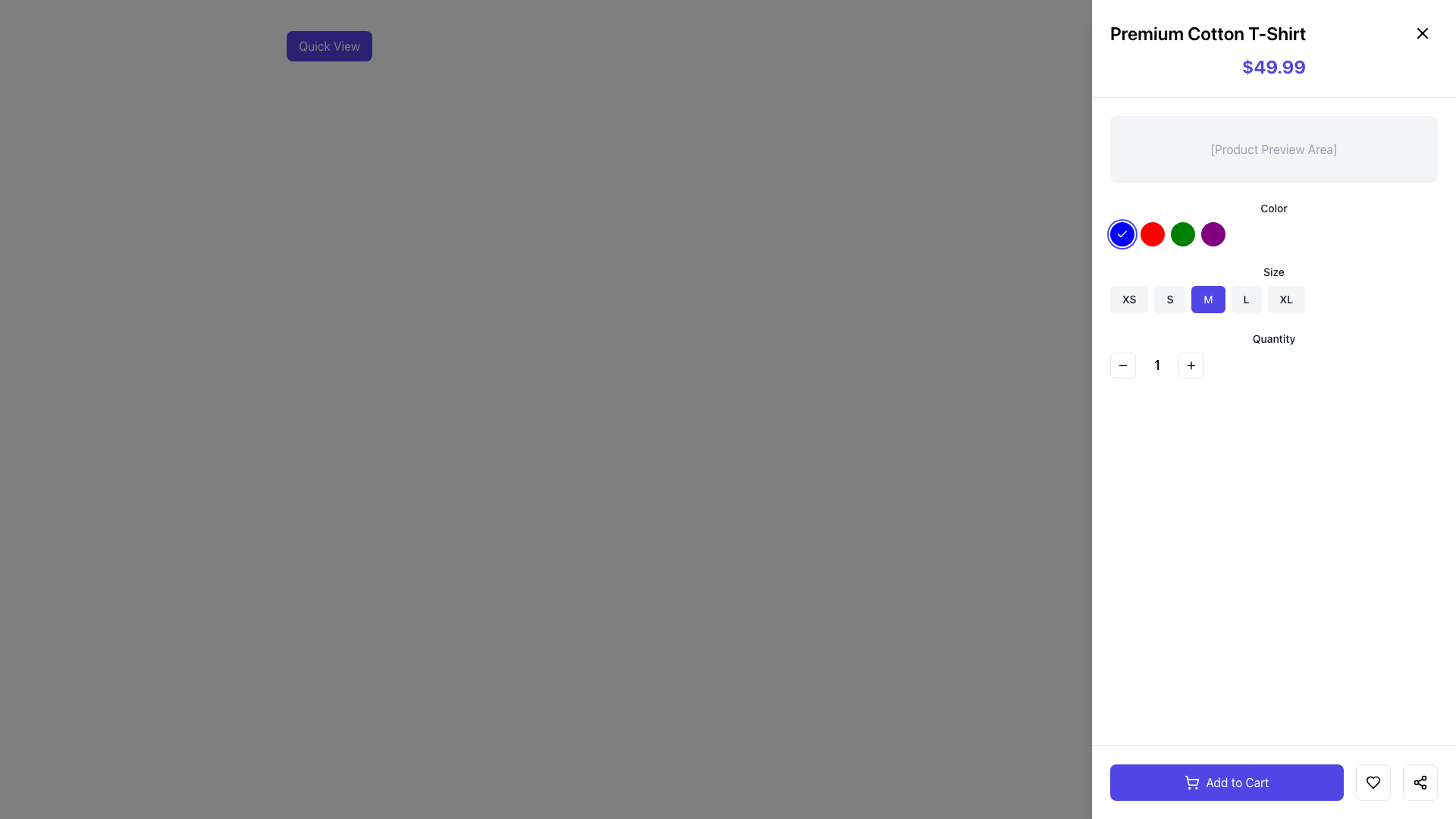  What do you see at coordinates (1274, 271) in the screenshot?
I see `the text label reading 'Size' located in the right panel above the size selection buttons` at bounding box center [1274, 271].